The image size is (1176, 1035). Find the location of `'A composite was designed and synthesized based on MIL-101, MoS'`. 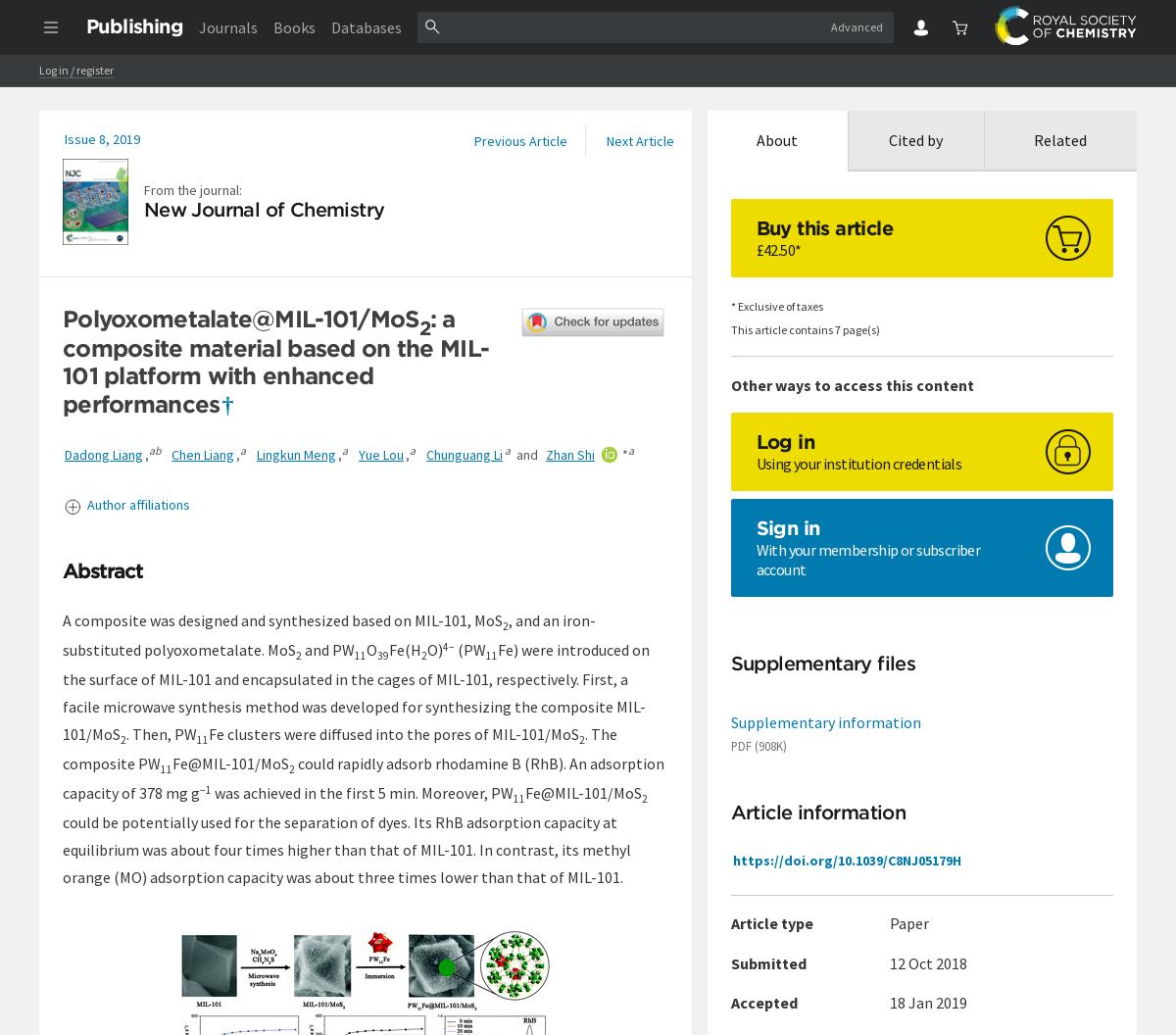

'A composite was designed and synthesized based on MIL-101, MoS' is located at coordinates (281, 618).